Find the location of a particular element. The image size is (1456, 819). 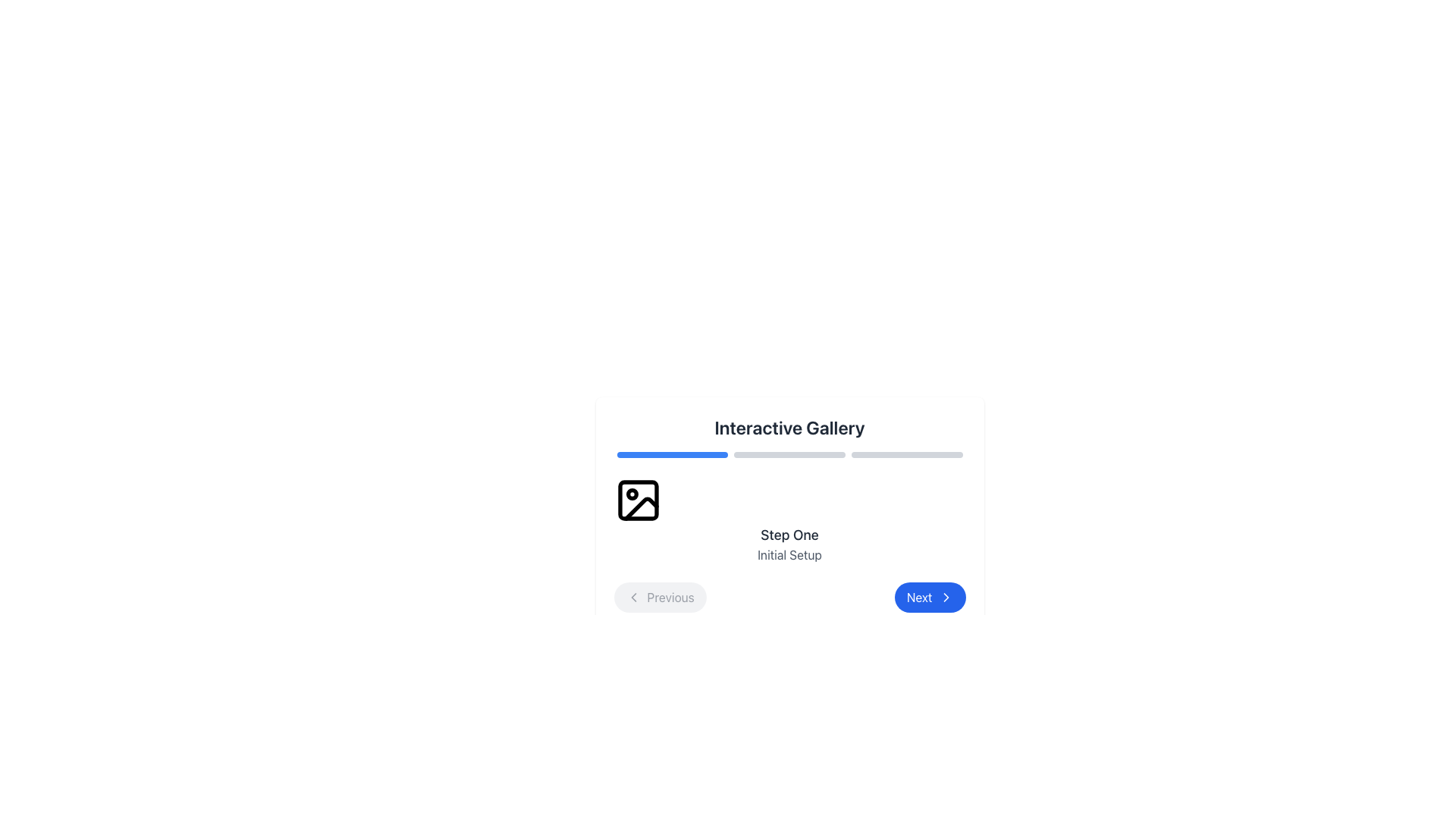

the 'Previous' button icon, which is a chevron located to the left of the 'Previous' text at the lower-left corner of the card content is located at coordinates (633, 596).